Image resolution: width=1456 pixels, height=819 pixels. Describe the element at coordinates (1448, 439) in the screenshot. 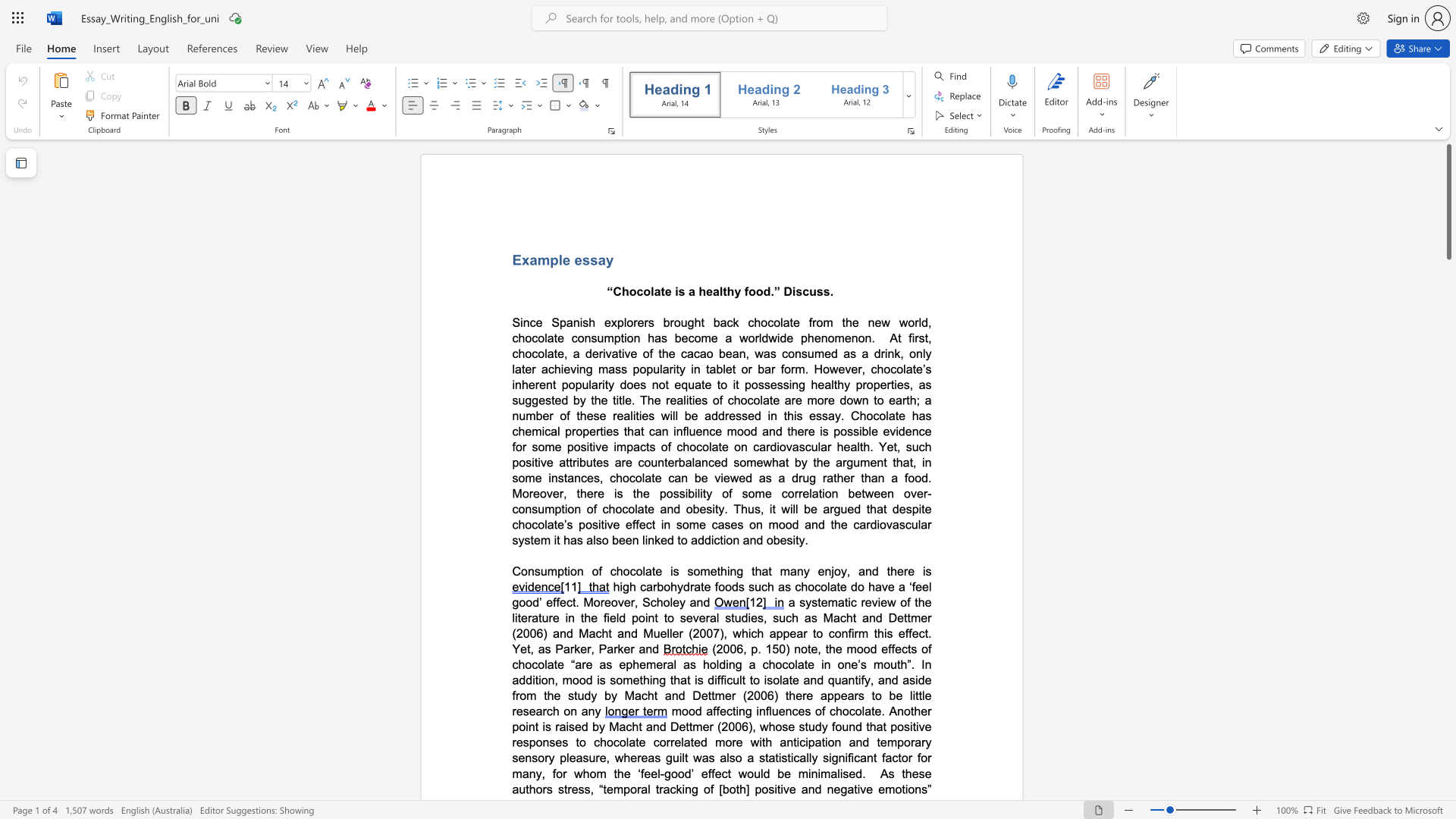

I see `the scrollbar to slide the page down` at that location.